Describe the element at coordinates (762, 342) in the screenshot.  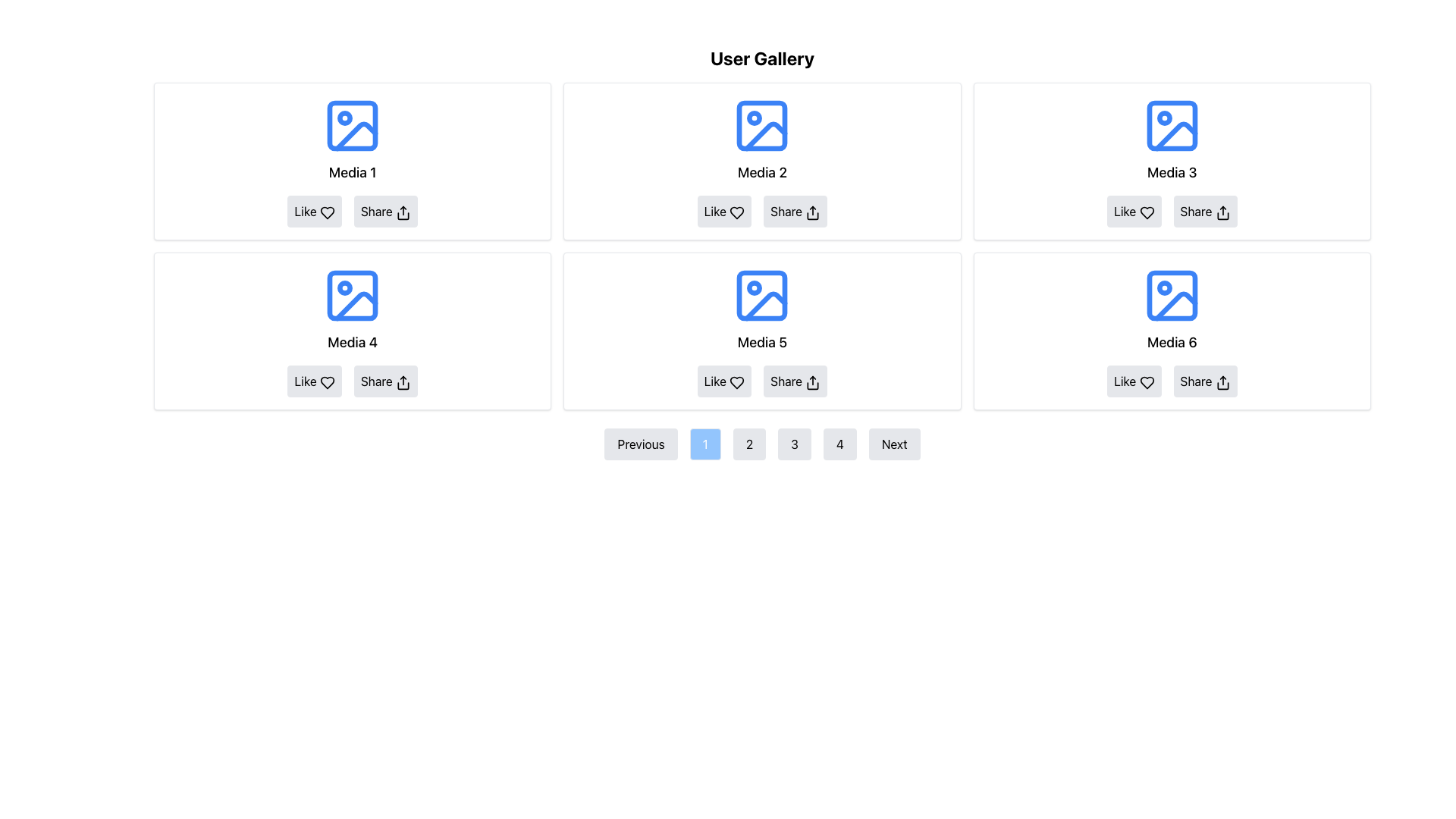
I see `the Static Text Label that serves as a title for the media content in the card labeled 'Media 5', located in the second row and third column of the 2x3 grid layout` at that location.